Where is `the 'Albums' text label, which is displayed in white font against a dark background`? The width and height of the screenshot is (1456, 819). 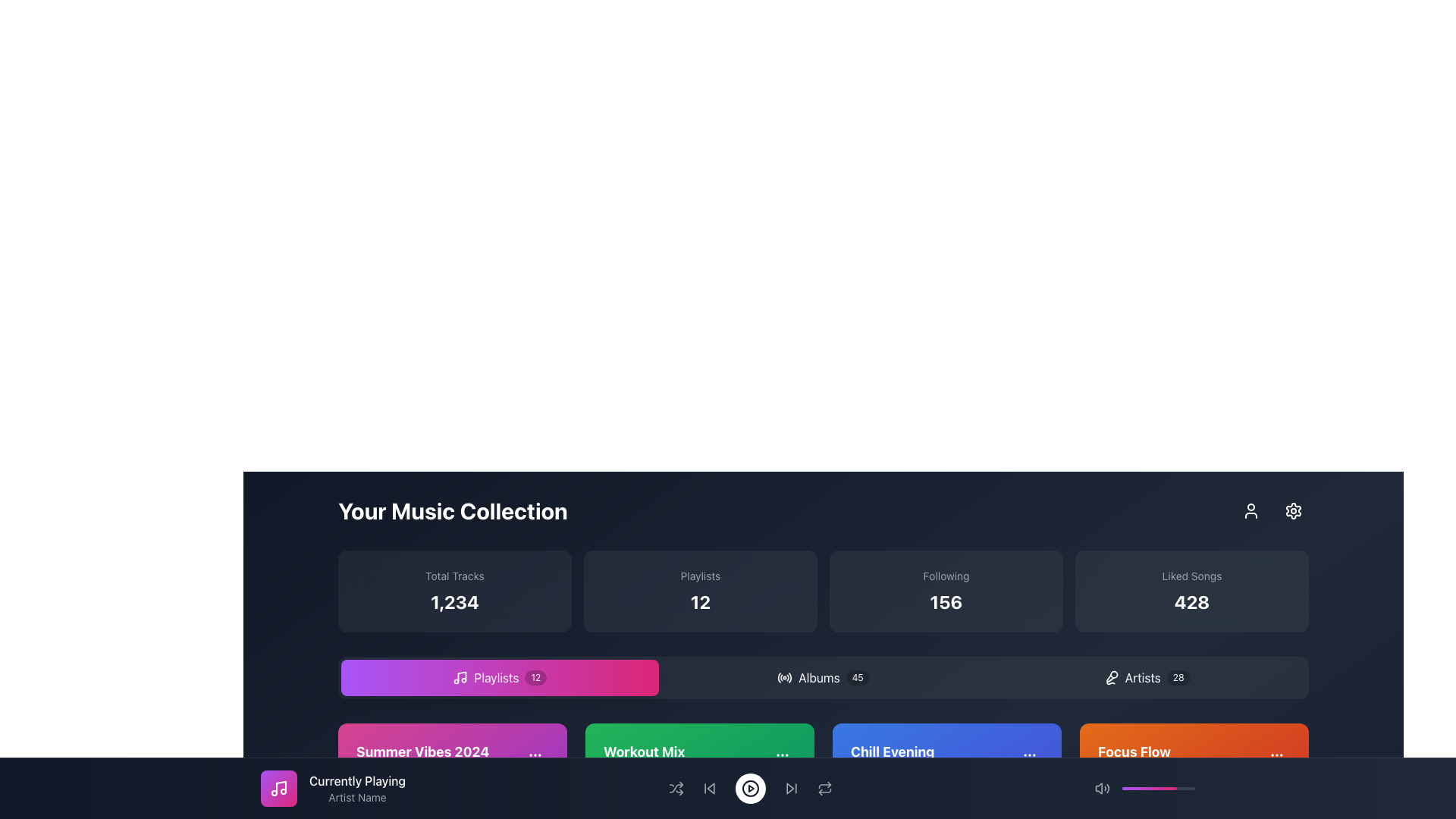
the 'Albums' text label, which is displayed in white font against a dark background is located at coordinates (818, 677).